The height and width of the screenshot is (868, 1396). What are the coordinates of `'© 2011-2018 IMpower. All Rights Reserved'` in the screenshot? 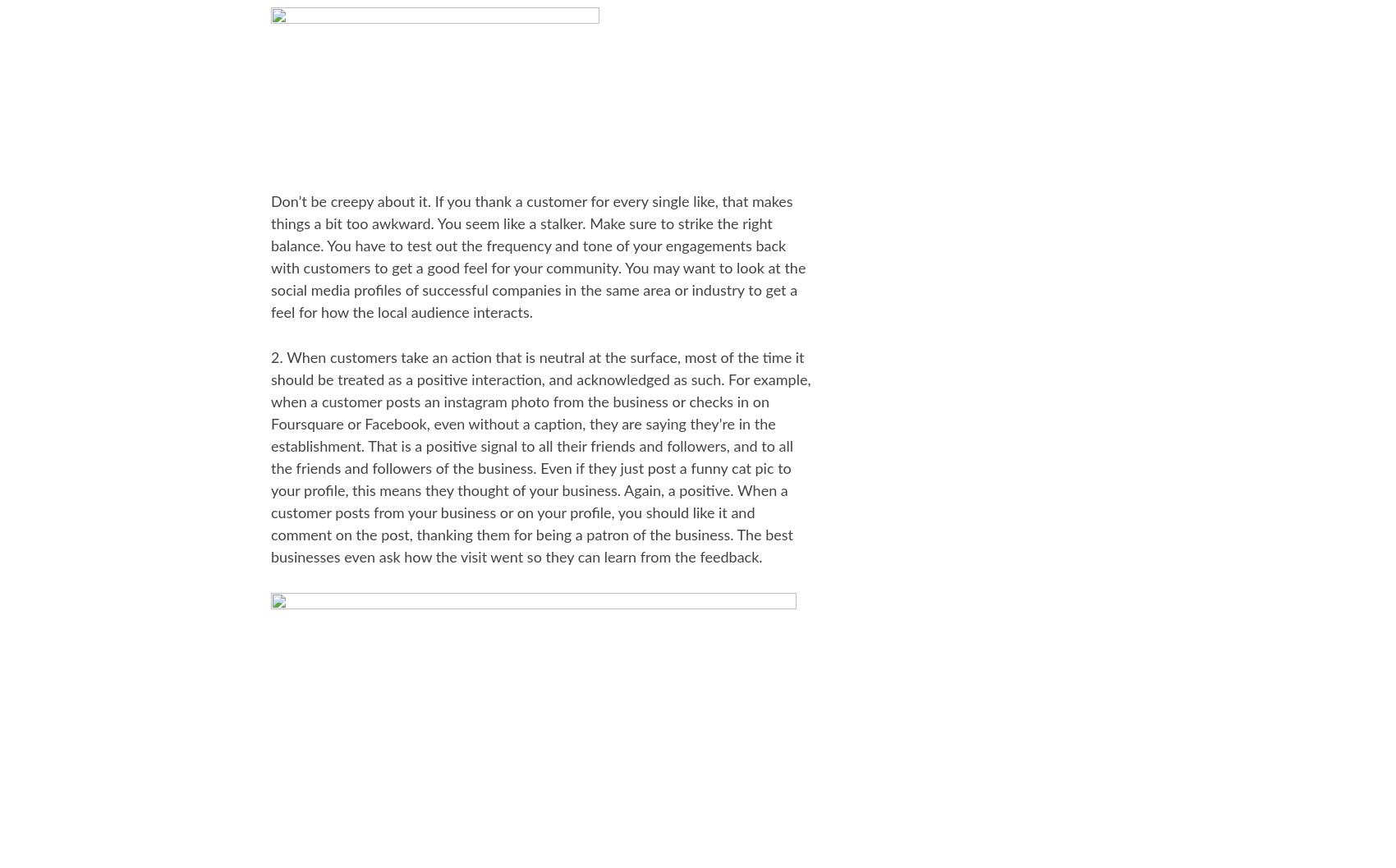 It's located at (627, 669).